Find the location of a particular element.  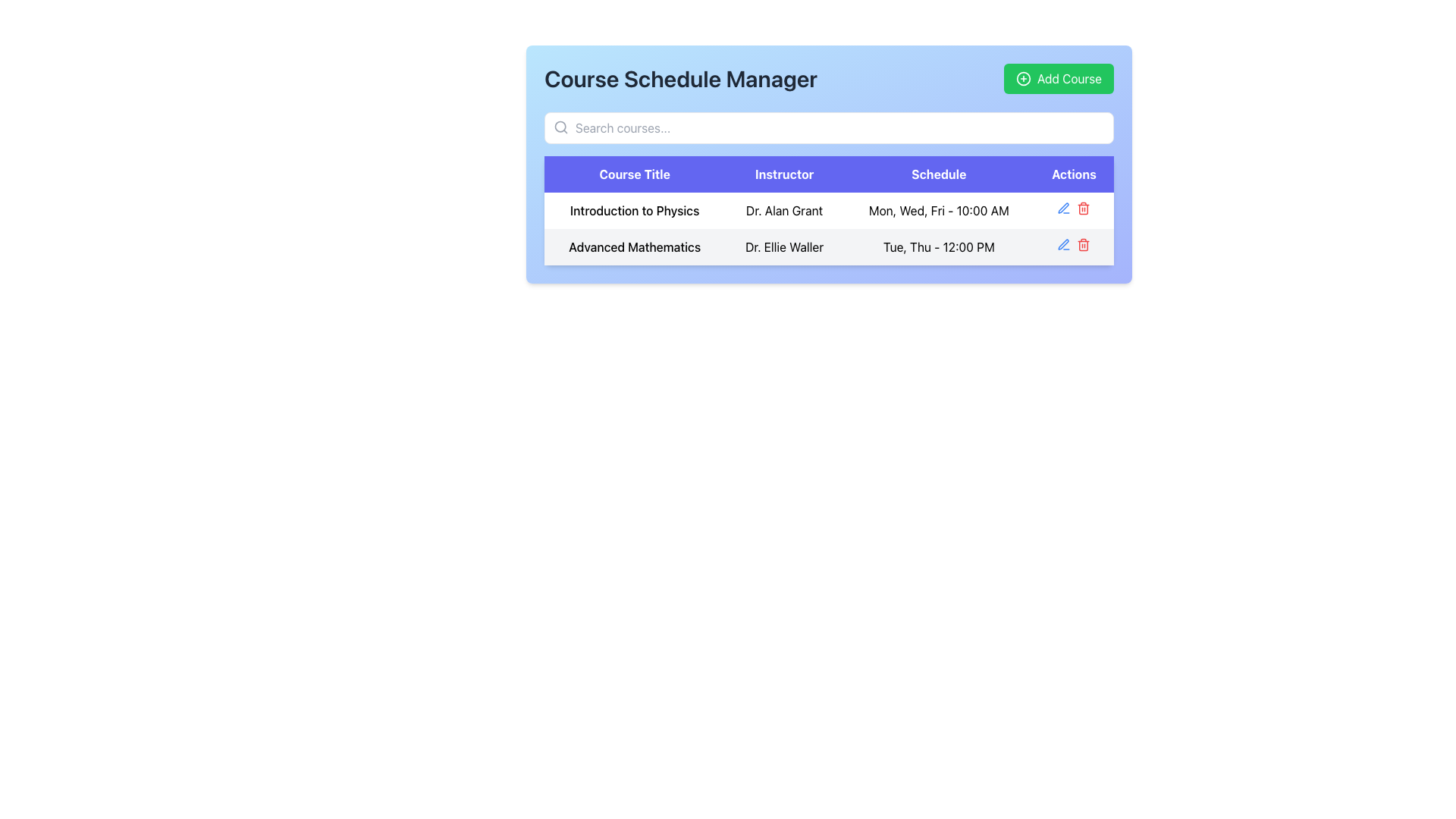

the header text labeled 'Course Schedule Manager', which is styled in bold, large typography and is positioned on the left side of the header area is located at coordinates (680, 79).